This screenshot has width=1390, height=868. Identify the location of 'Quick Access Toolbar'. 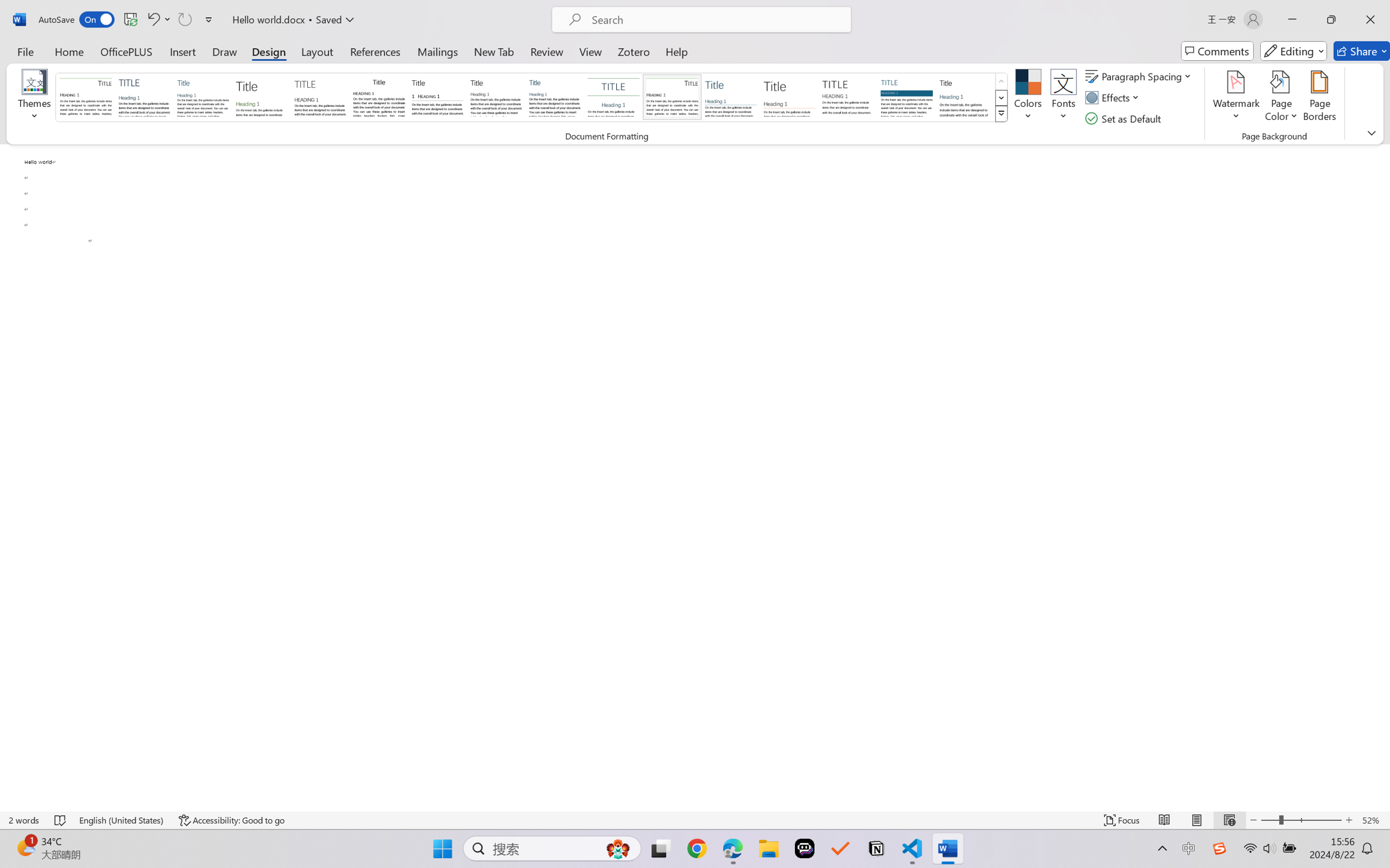
(128, 19).